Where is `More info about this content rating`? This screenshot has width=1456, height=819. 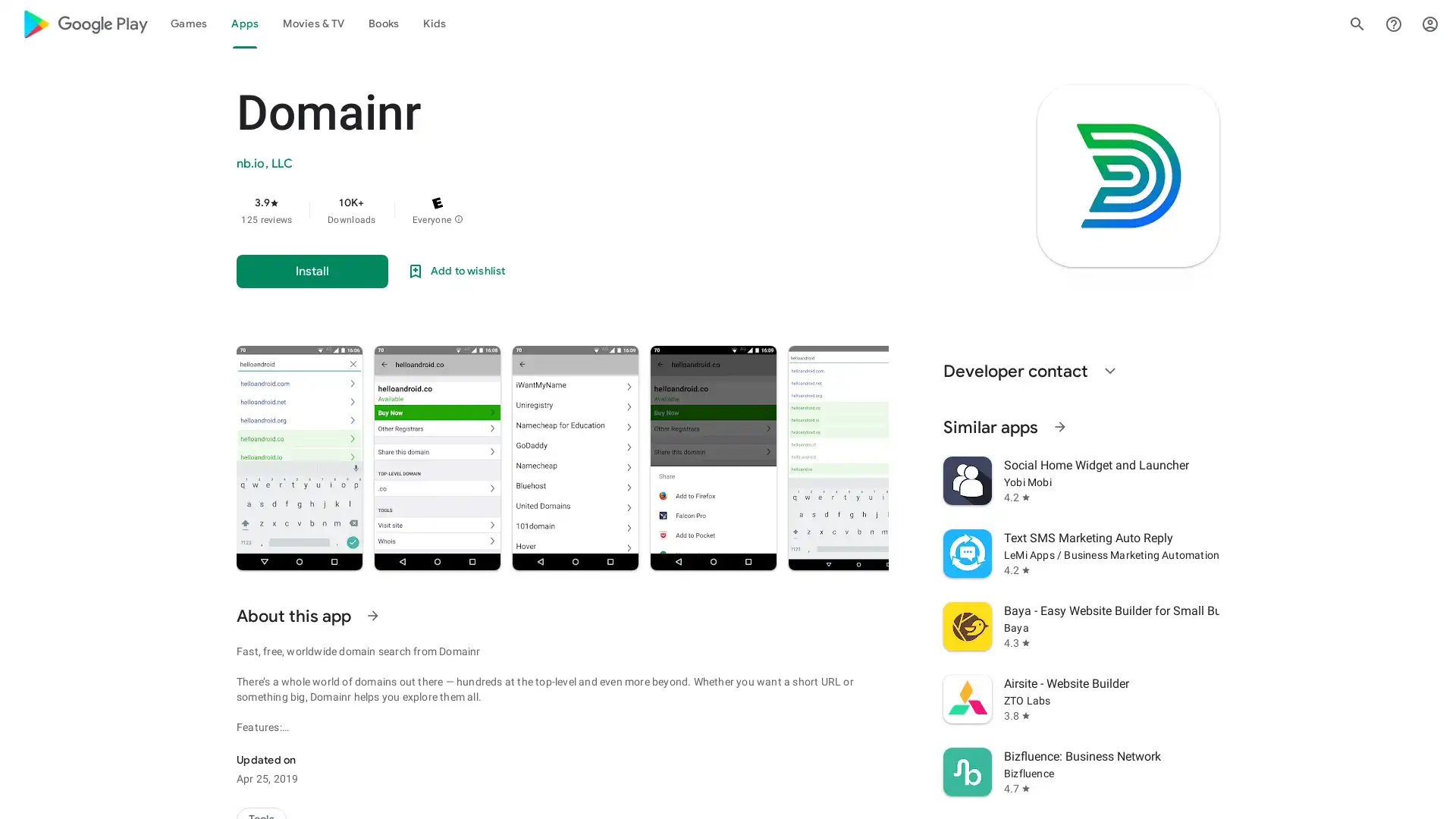
More info about this content rating is located at coordinates (457, 219).